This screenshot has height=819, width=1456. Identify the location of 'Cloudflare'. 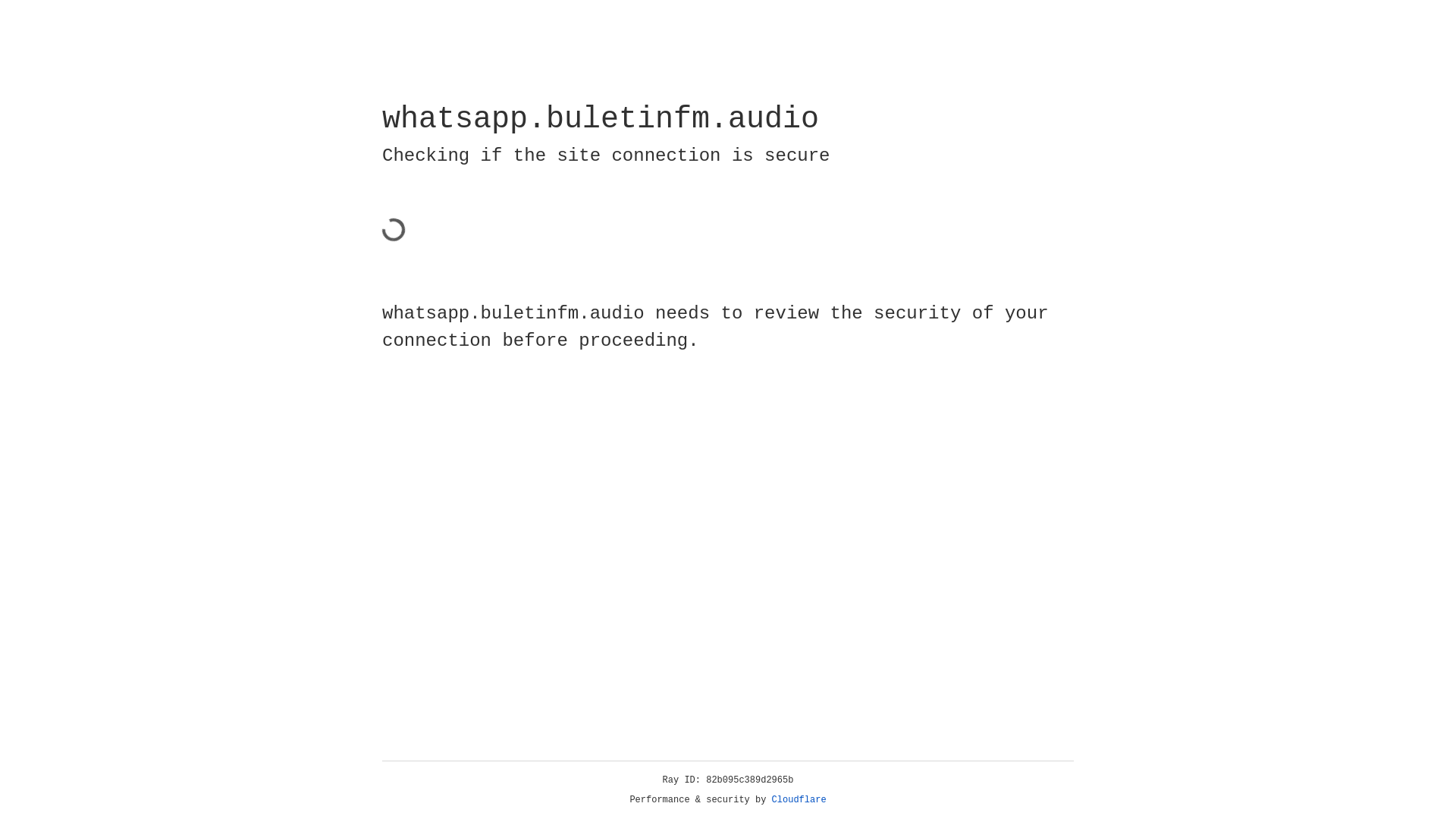
(799, 799).